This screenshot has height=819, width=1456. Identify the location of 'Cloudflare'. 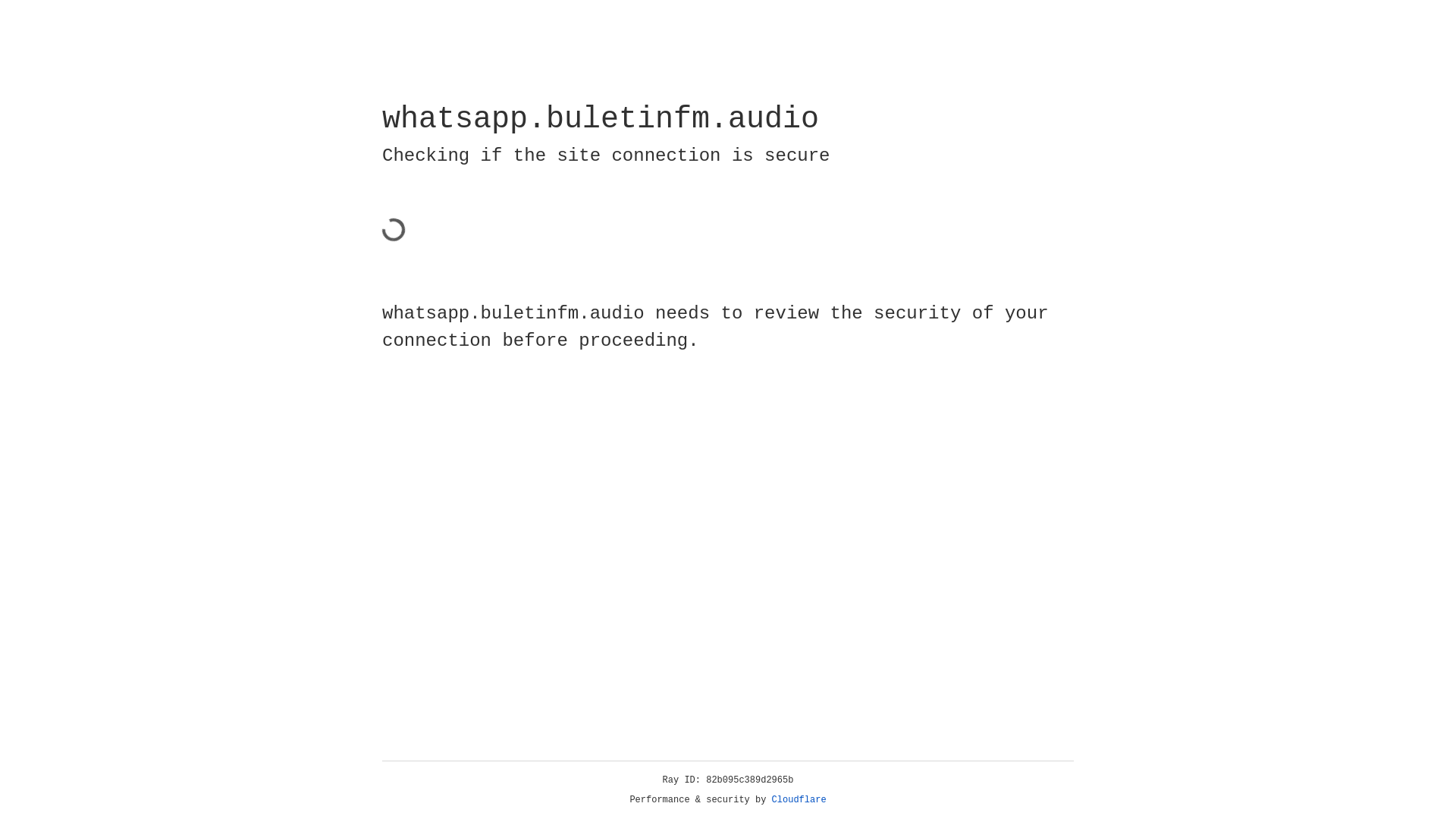
(799, 799).